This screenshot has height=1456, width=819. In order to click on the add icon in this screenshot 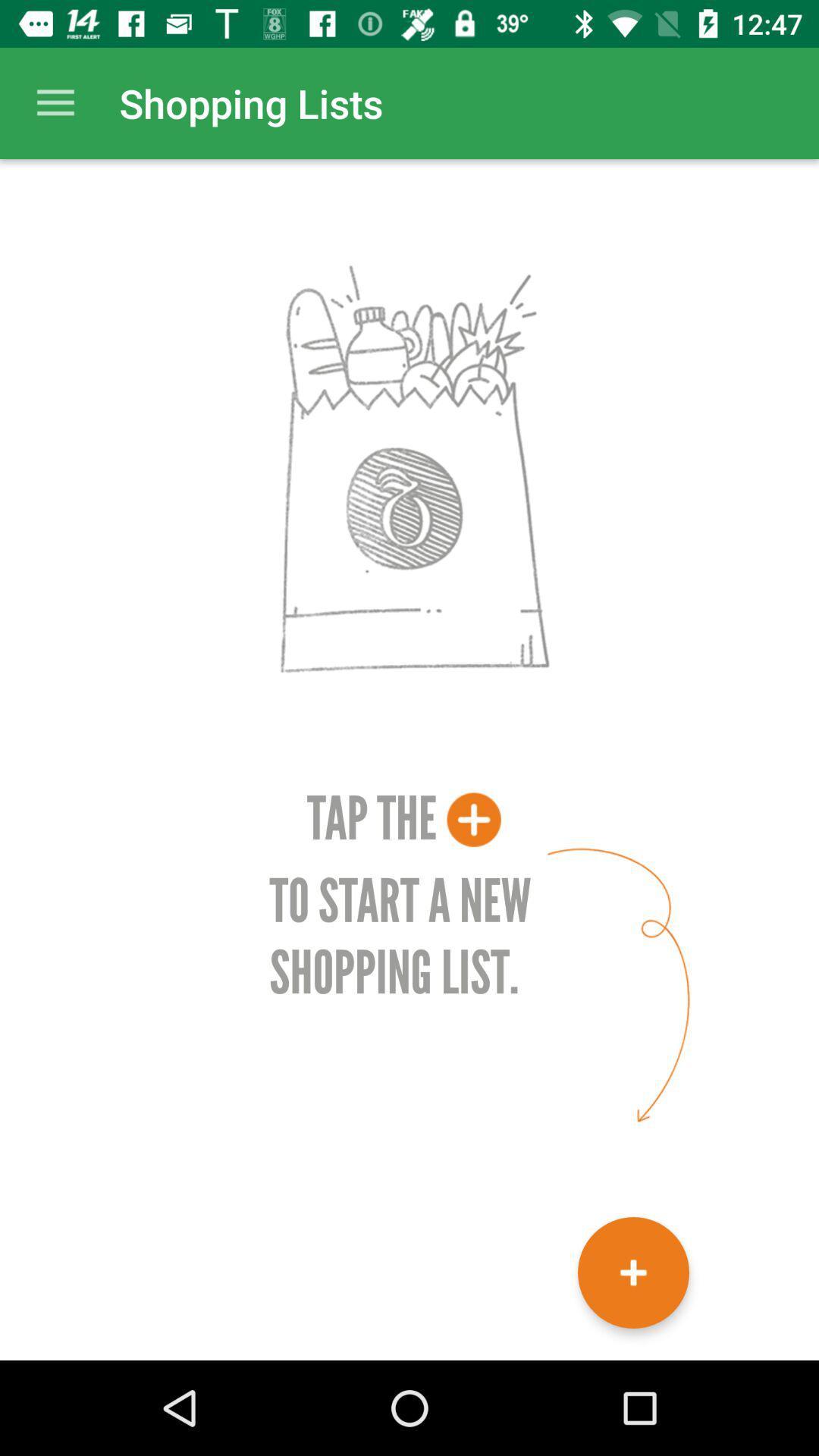, I will do `click(633, 1272)`.